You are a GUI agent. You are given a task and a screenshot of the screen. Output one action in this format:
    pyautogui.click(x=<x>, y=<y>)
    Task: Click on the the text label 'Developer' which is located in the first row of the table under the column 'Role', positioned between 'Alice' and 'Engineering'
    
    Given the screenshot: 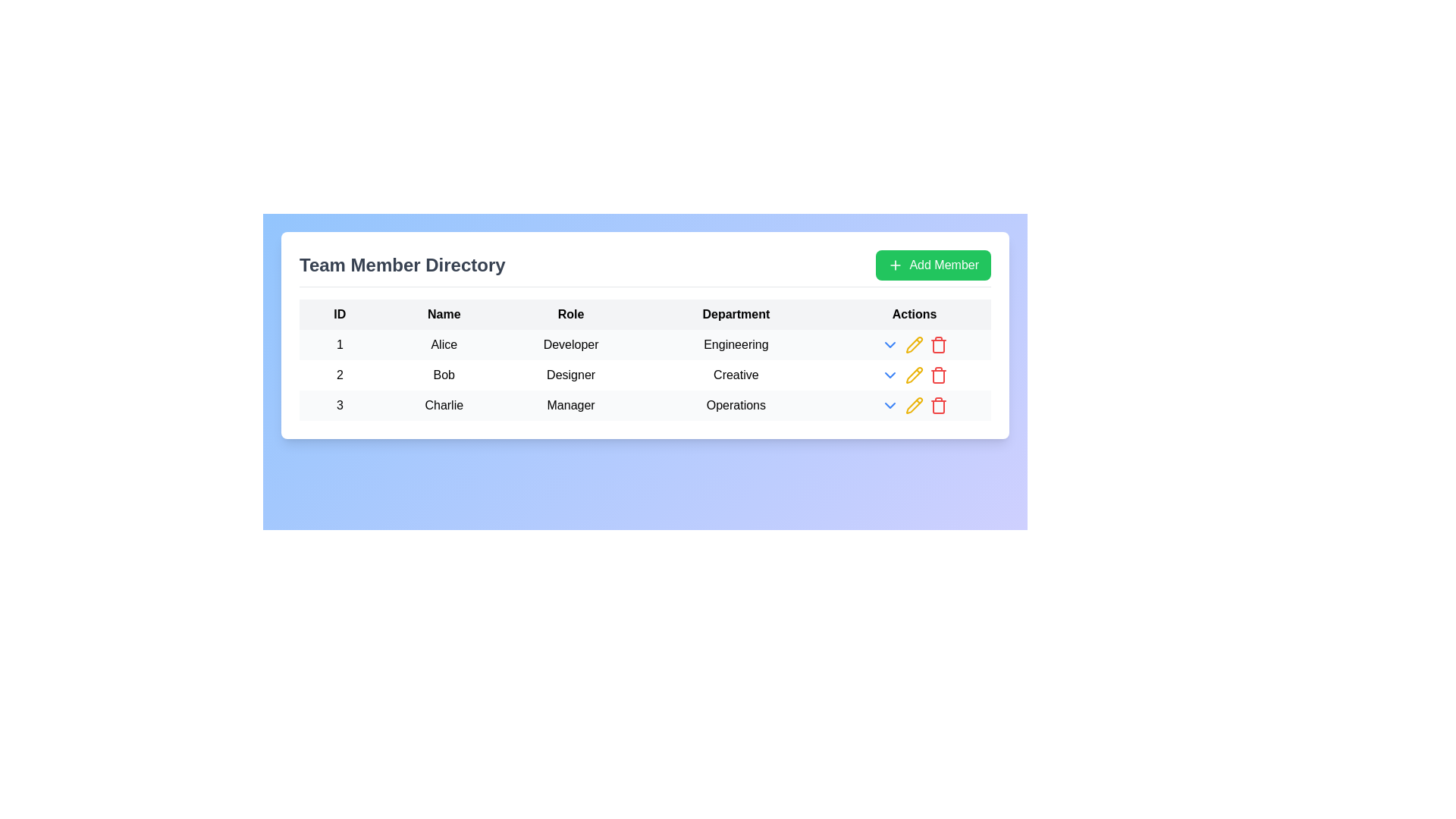 What is the action you would take?
    pyautogui.click(x=570, y=345)
    